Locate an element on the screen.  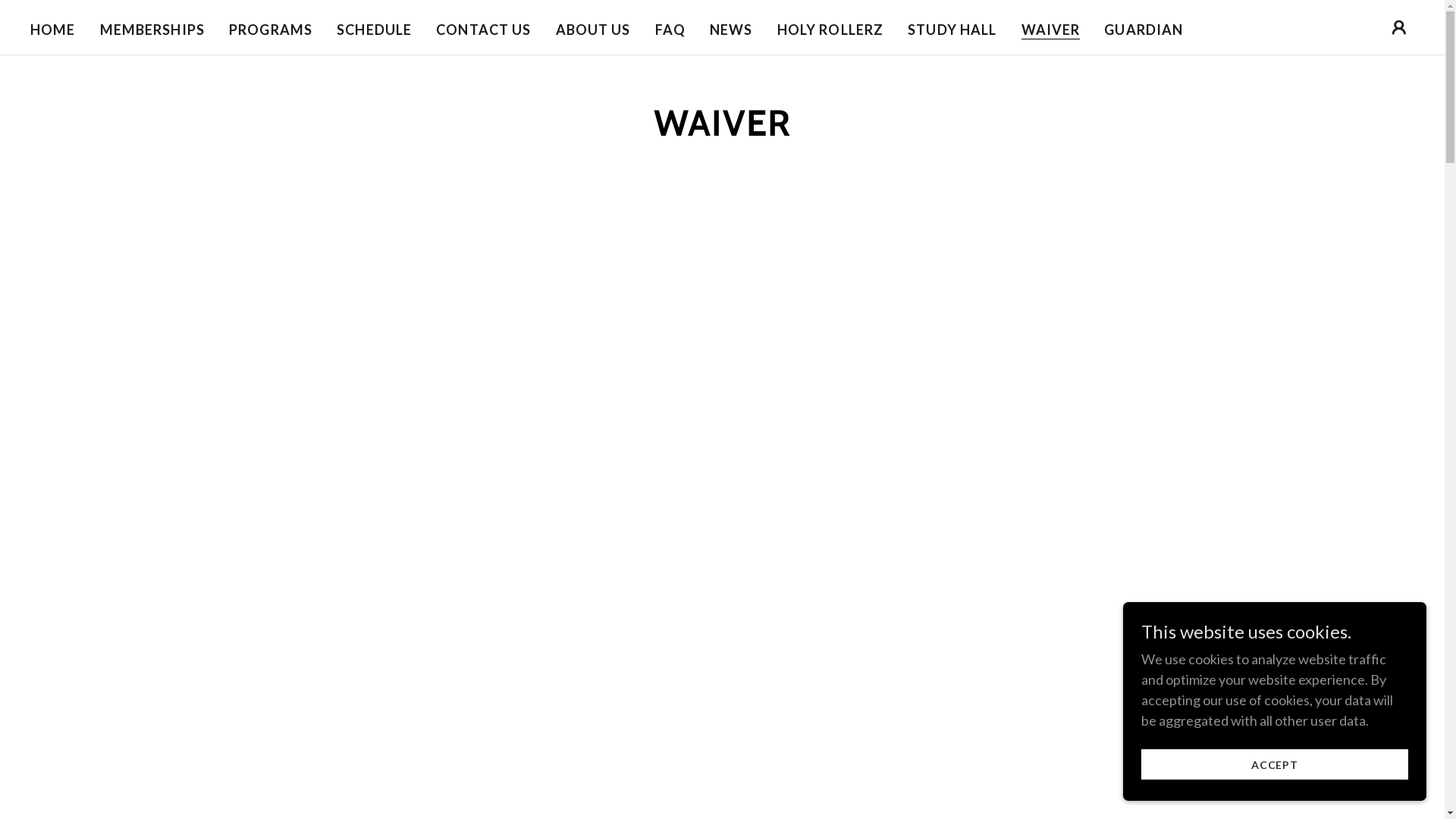
'STUDY HALL' is located at coordinates (951, 29).